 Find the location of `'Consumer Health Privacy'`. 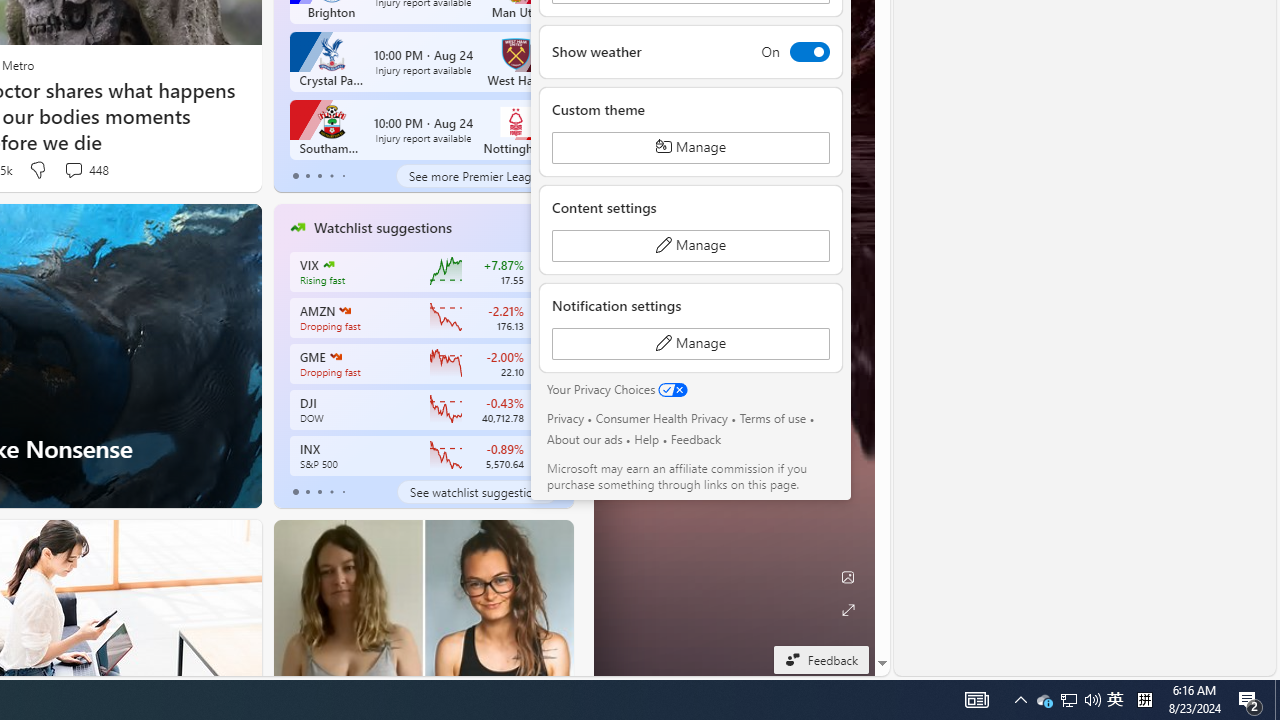

'Consumer Health Privacy' is located at coordinates (661, 416).